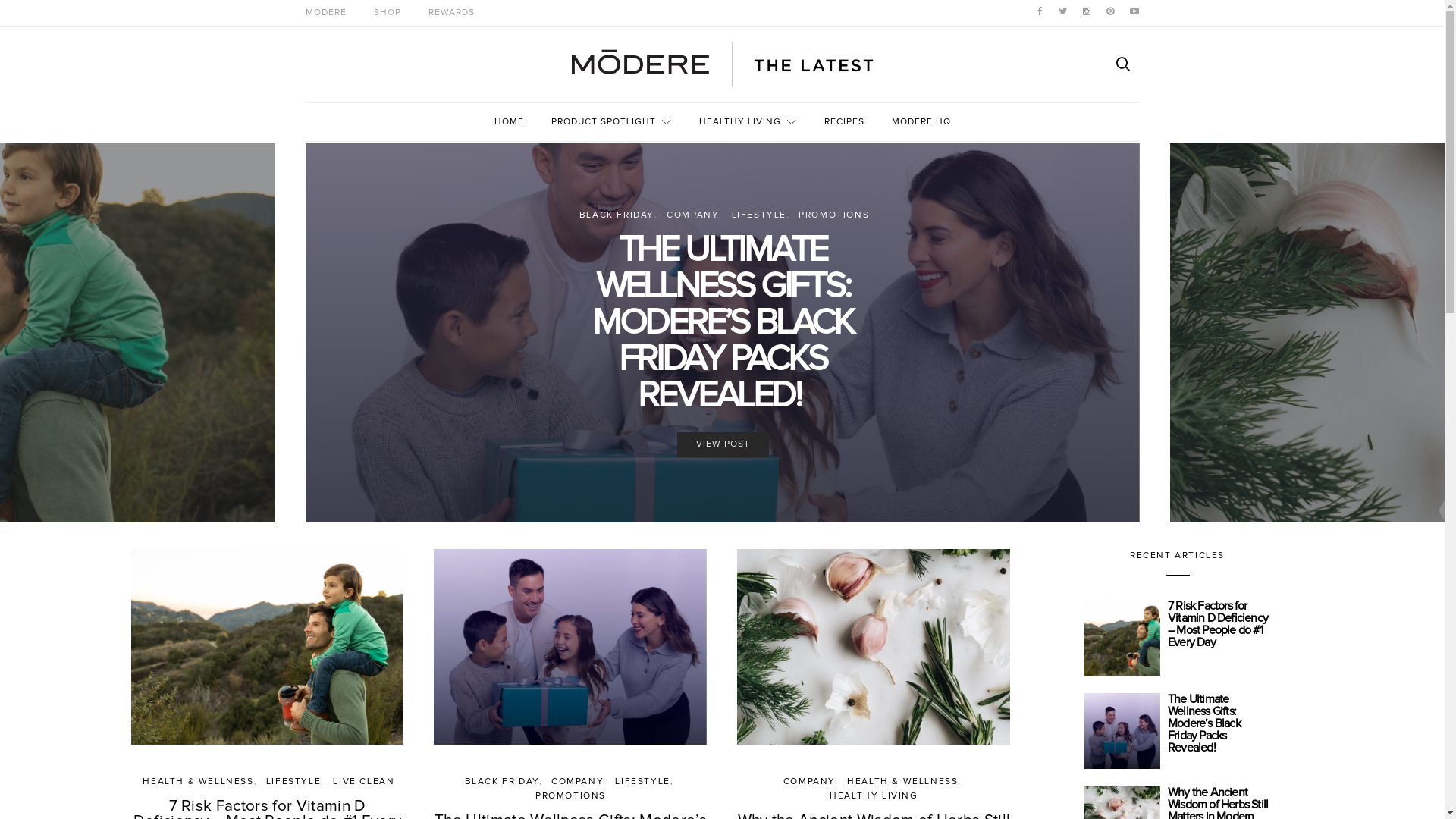 The width and height of the screenshot is (1456, 819). Describe the element at coordinates (617, 215) in the screenshot. I see `'BLACK FRIDAY'` at that location.